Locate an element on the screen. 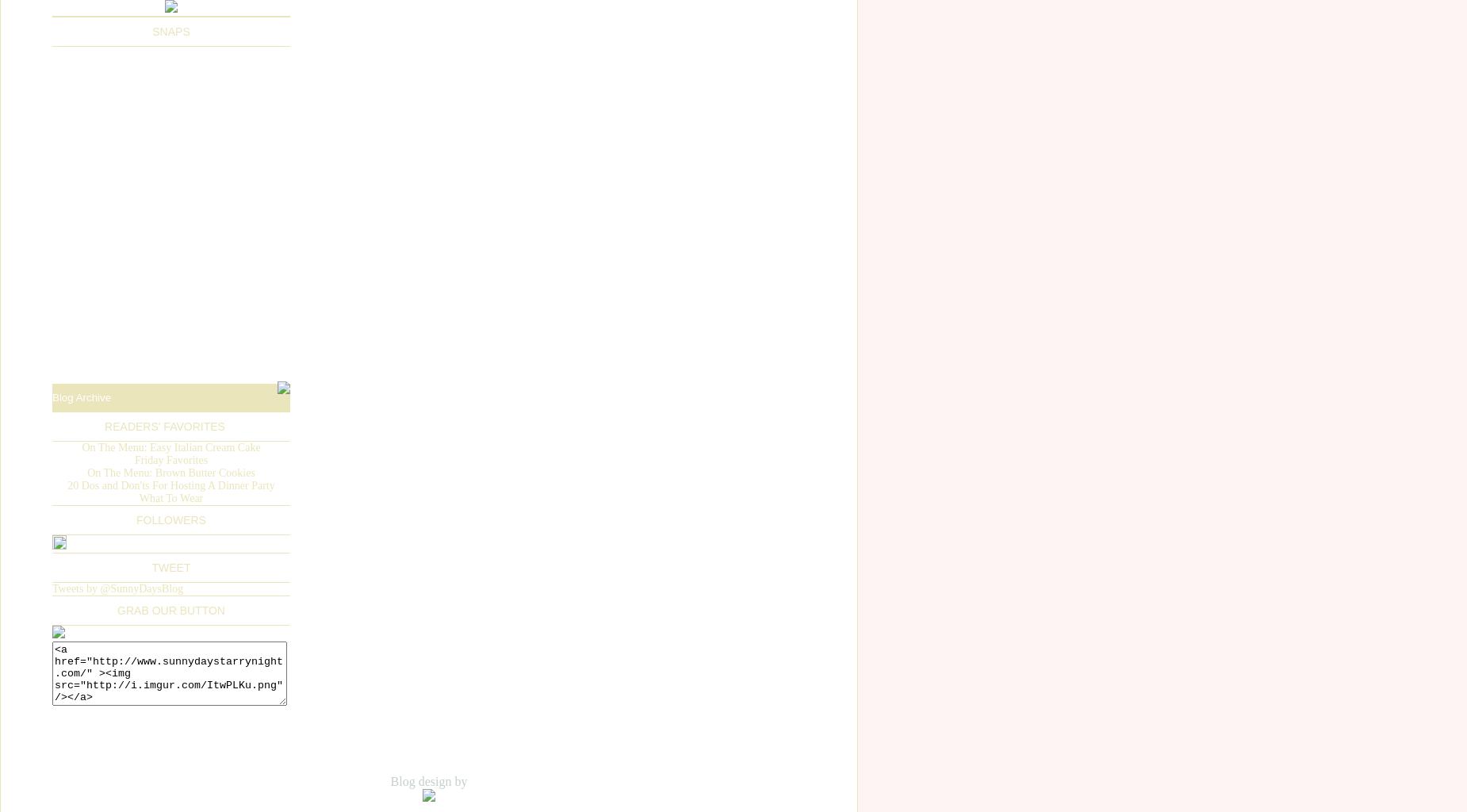 This screenshot has width=1467, height=812. 'Friday Favorites' is located at coordinates (170, 458).